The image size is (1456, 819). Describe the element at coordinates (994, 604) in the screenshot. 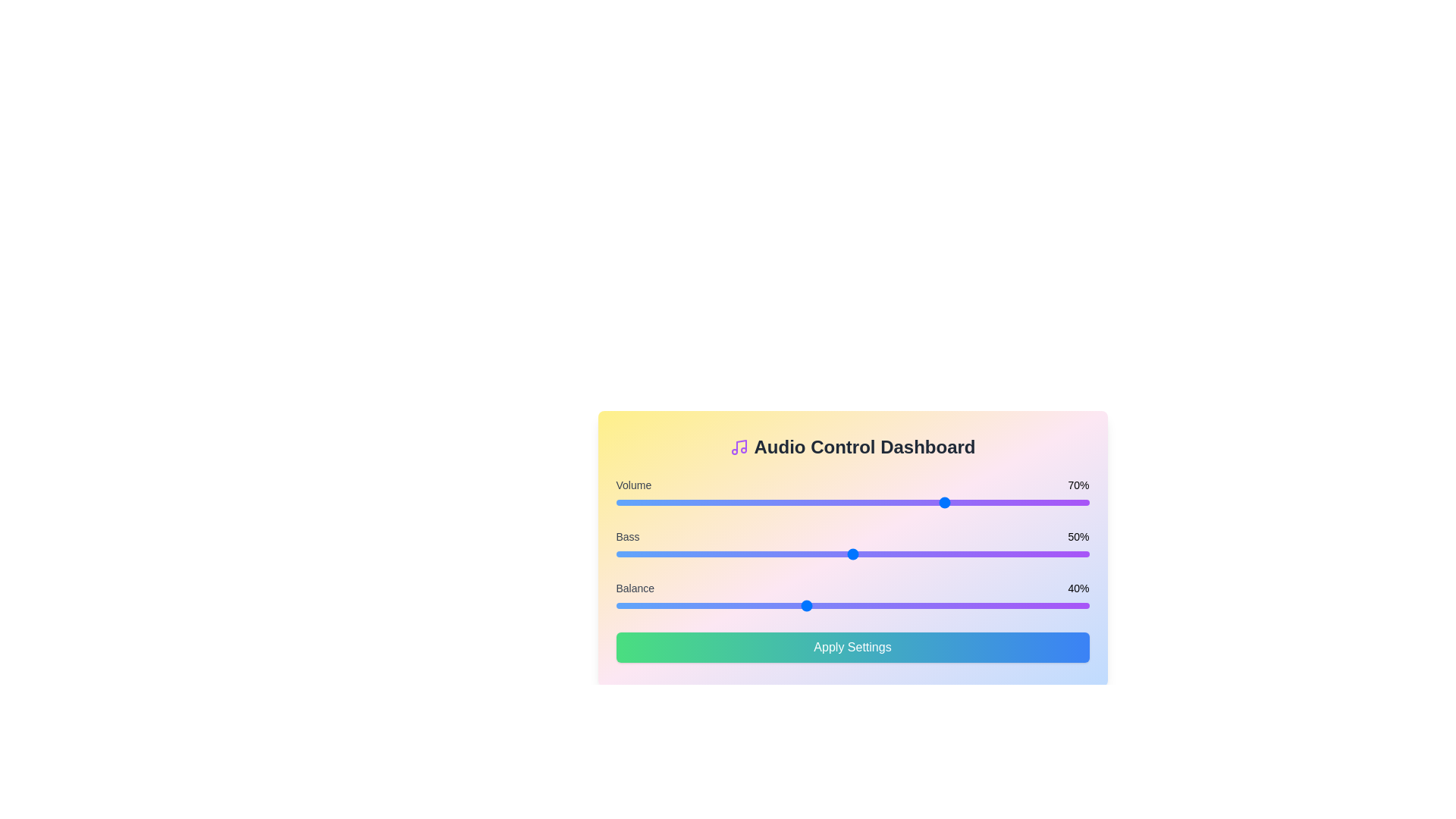

I see `balance` at that location.